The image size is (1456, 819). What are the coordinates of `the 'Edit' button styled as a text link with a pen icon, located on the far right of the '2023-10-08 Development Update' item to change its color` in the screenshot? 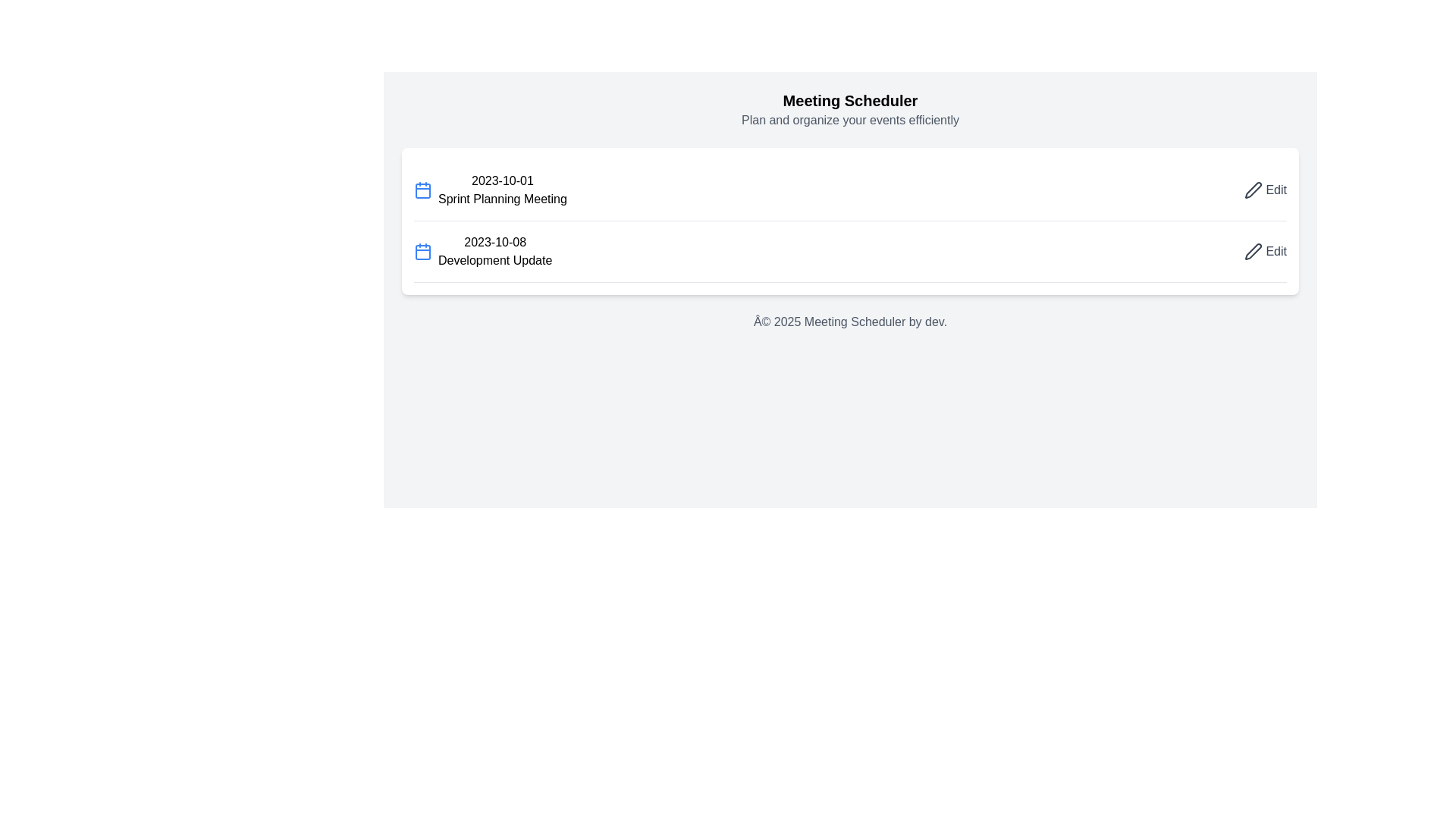 It's located at (1266, 250).